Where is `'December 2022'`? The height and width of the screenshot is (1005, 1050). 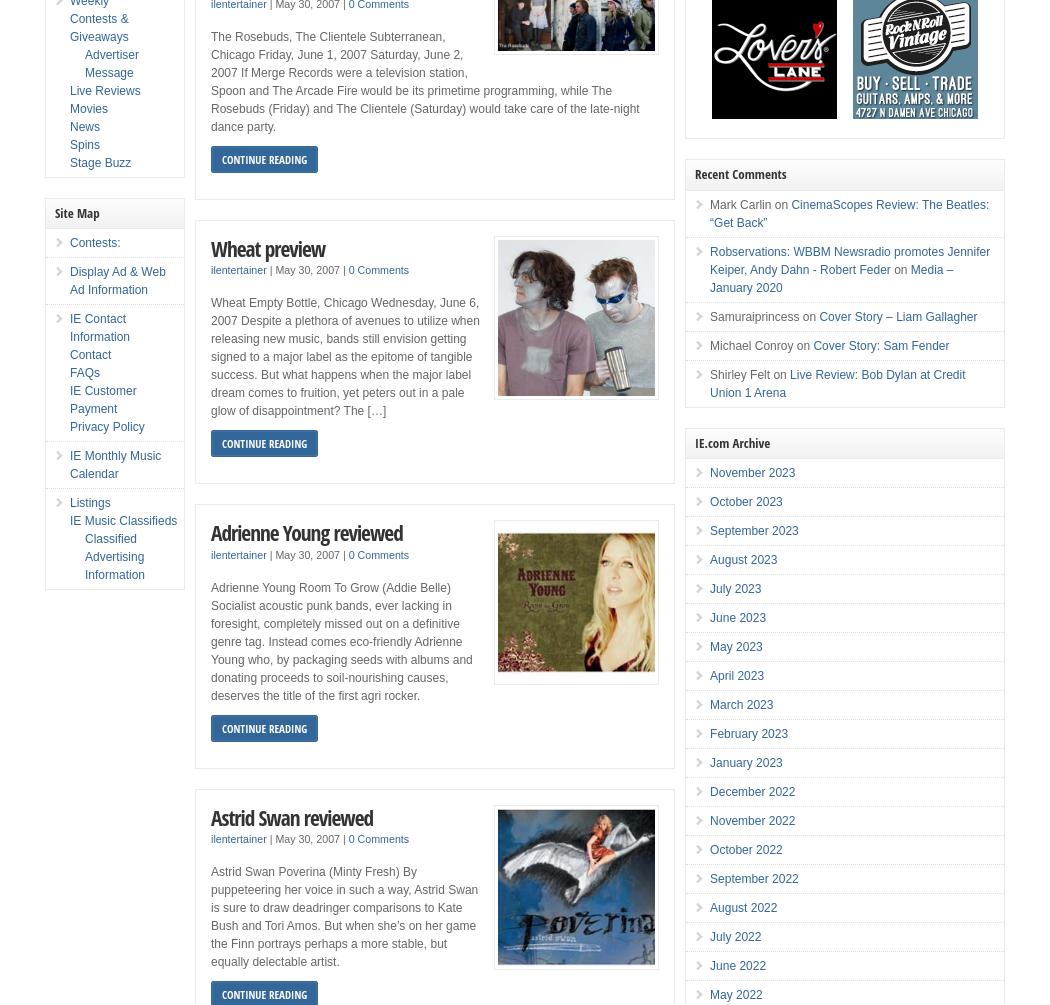
'December 2022' is located at coordinates (752, 792).